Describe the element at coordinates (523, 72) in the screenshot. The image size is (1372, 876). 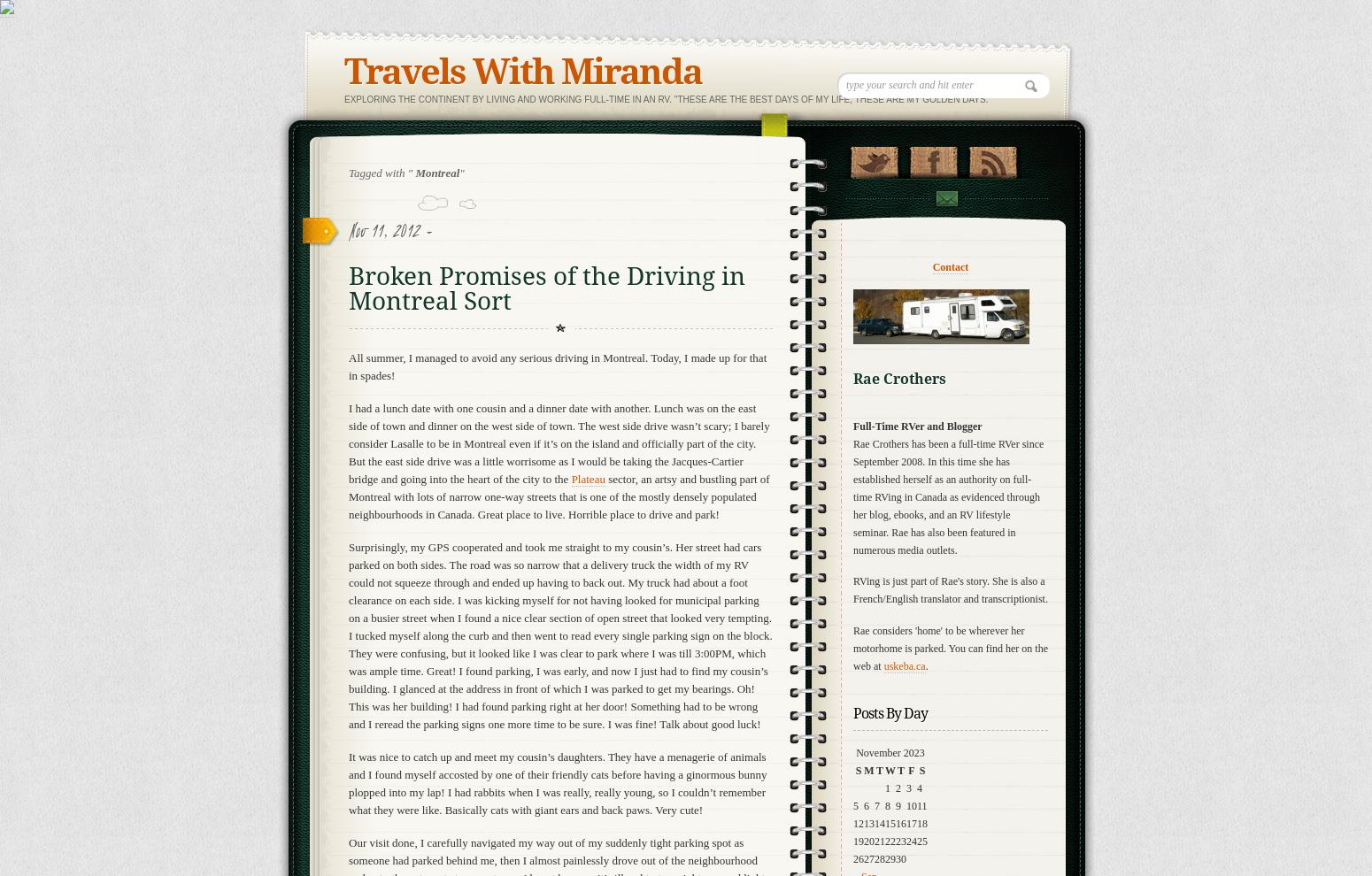
I see `'Travels With Miranda'` at that location.